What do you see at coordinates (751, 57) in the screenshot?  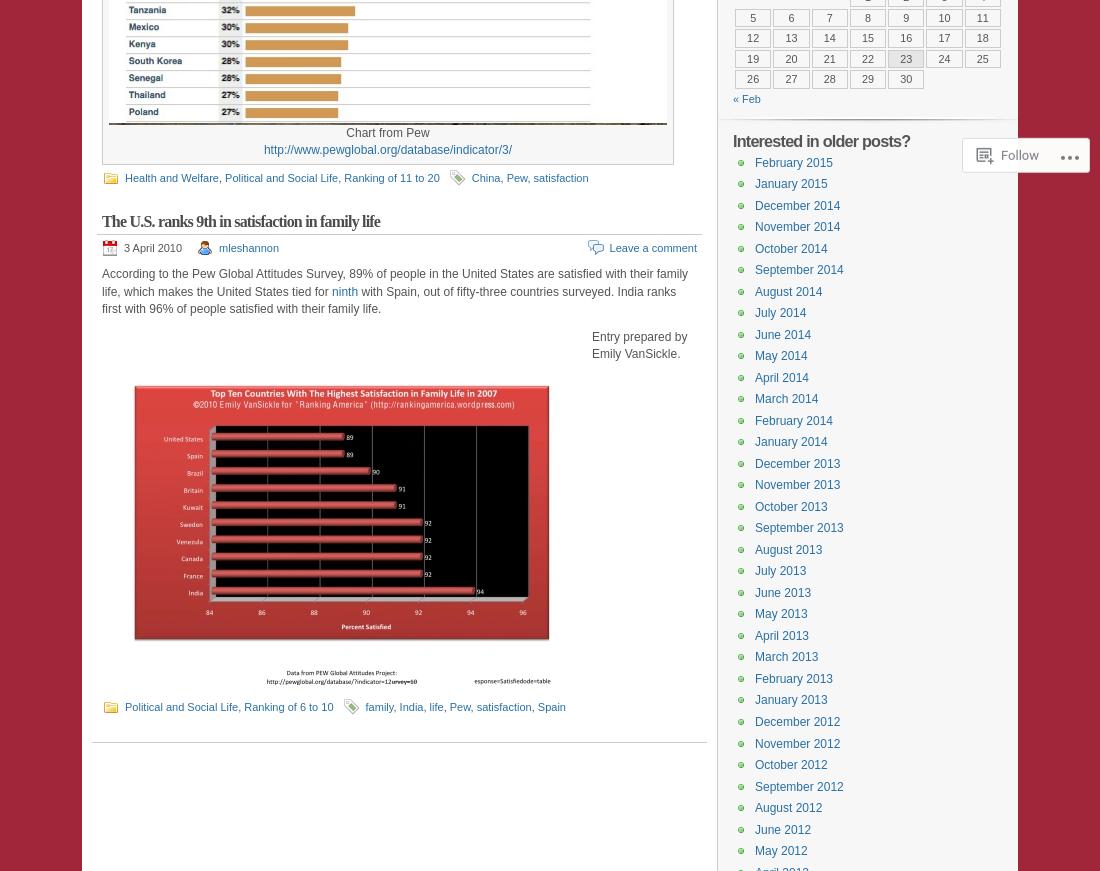 I see `'19'` at bounding box center [751, 57].